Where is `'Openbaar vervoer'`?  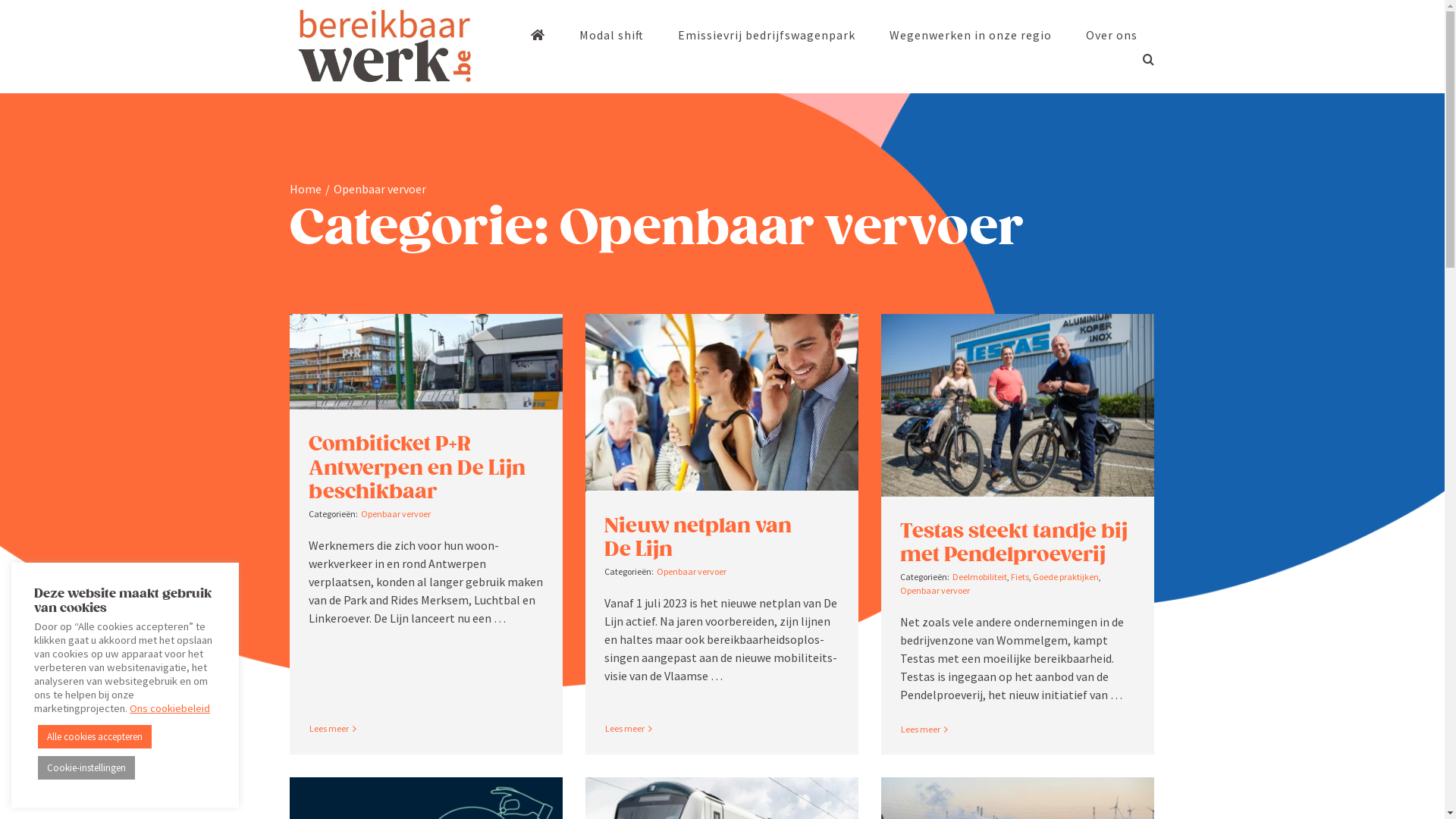 'Openbaar vervoer' is located at coordinates (691, 571).